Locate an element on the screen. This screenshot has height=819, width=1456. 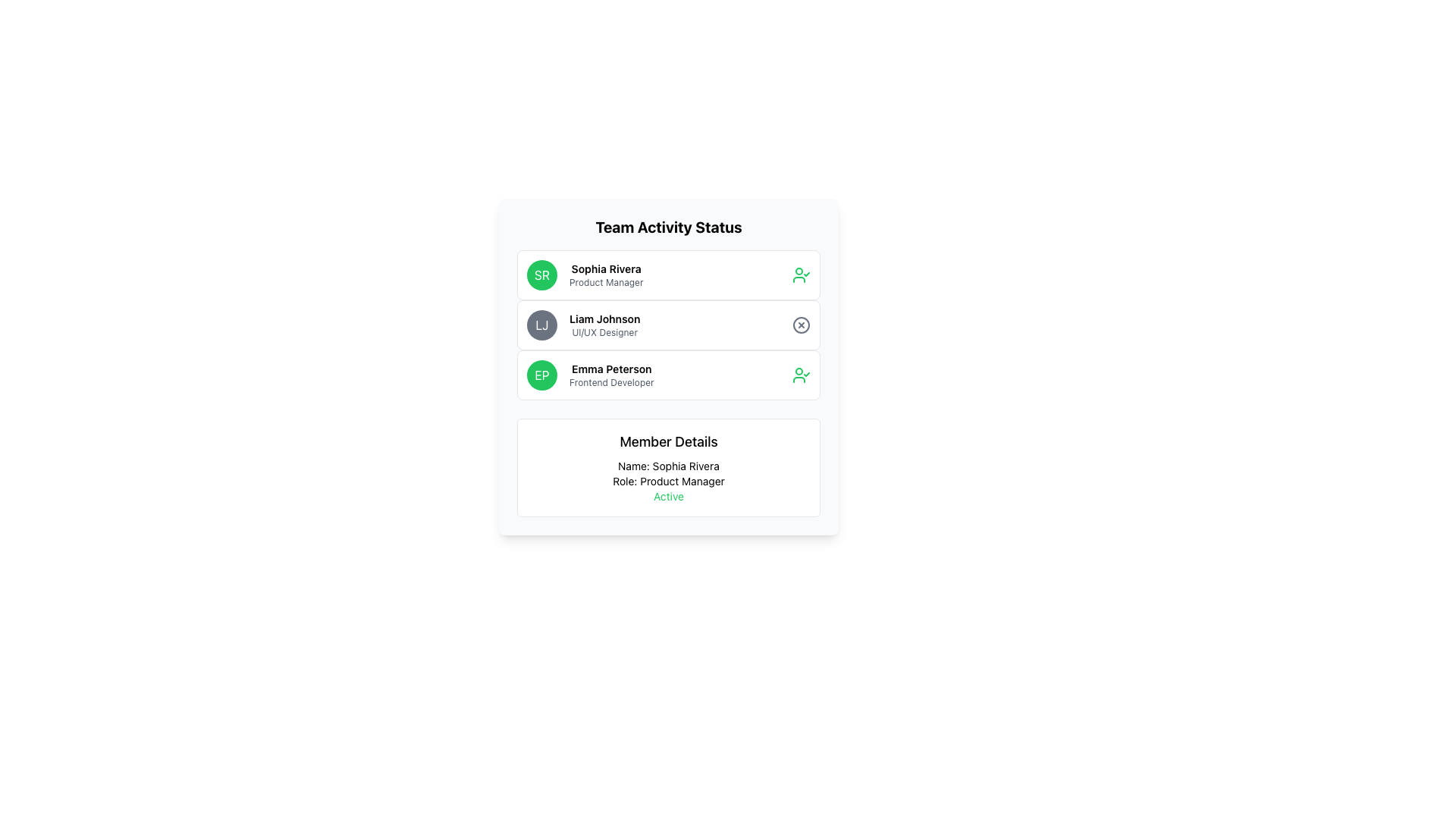
text label that describes the role or title of the user 'Liam Johnson', which is located below the name in the second entry of the user profile list is located at coordinates (604, 332).